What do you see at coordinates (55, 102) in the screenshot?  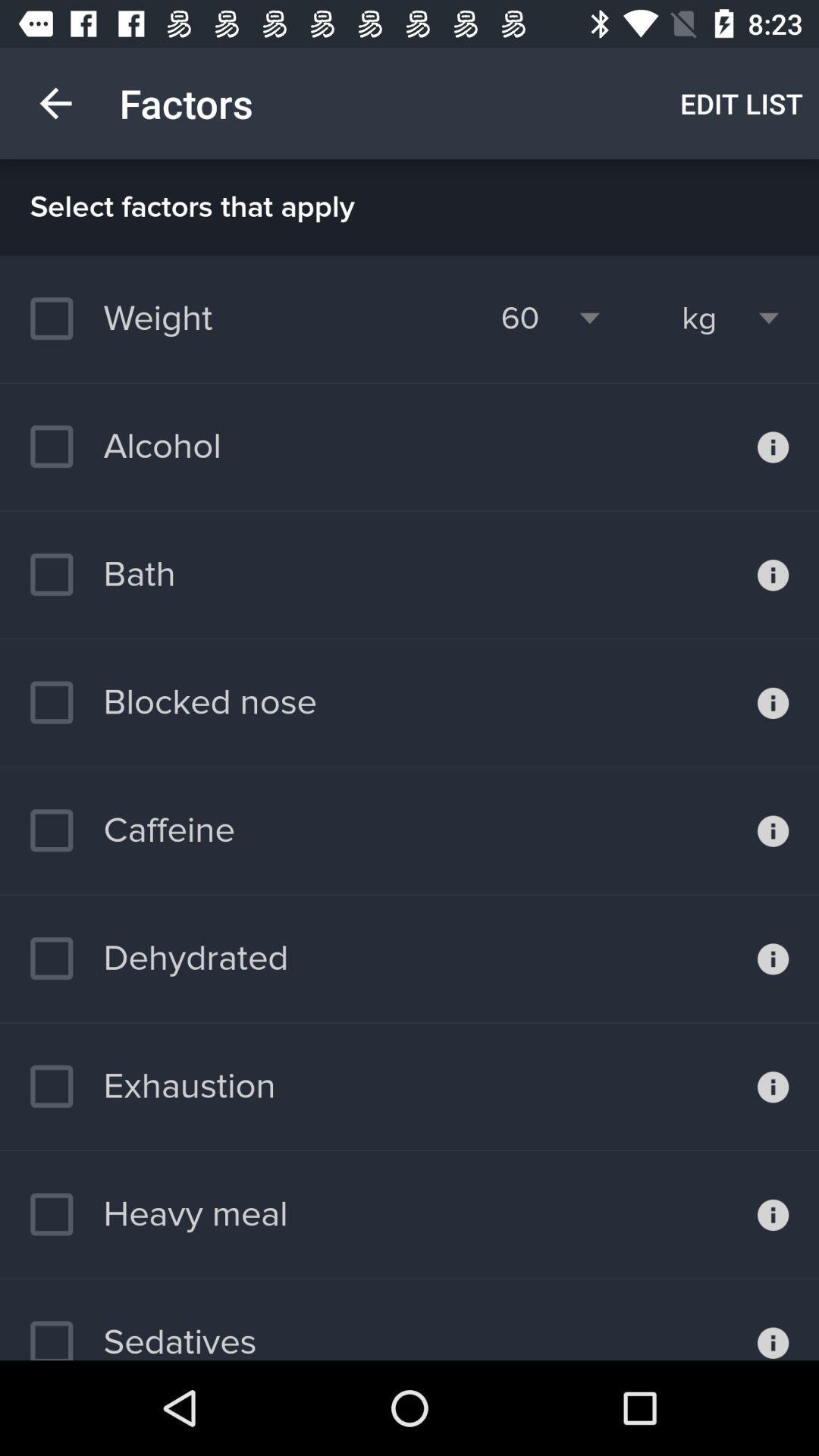 I see `item next to factors` at bounding box center [55, 102].